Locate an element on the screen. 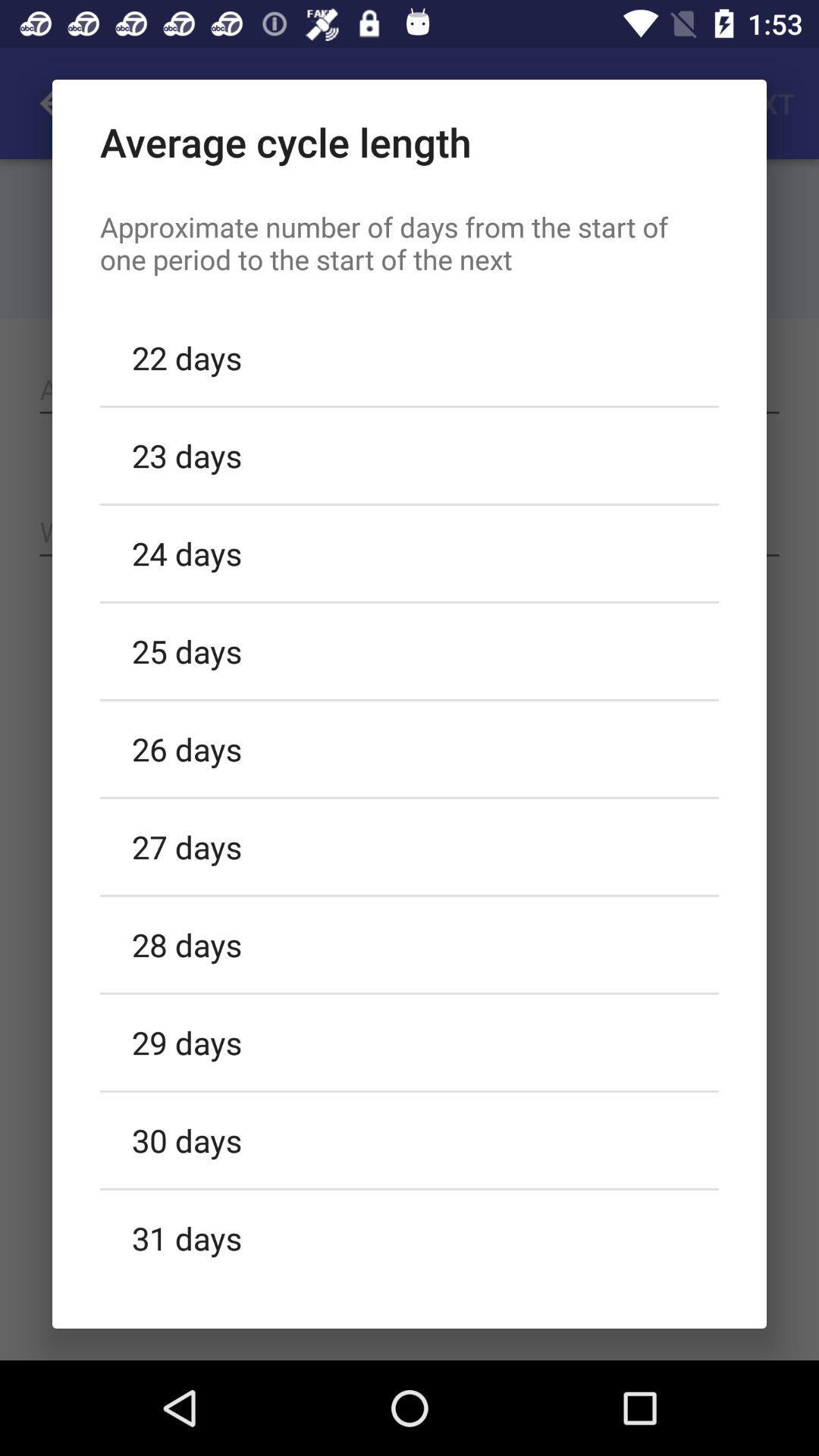 This screenshot has width=819, height=1456. icon above 24 days icon is located at coordinates (409, 454).